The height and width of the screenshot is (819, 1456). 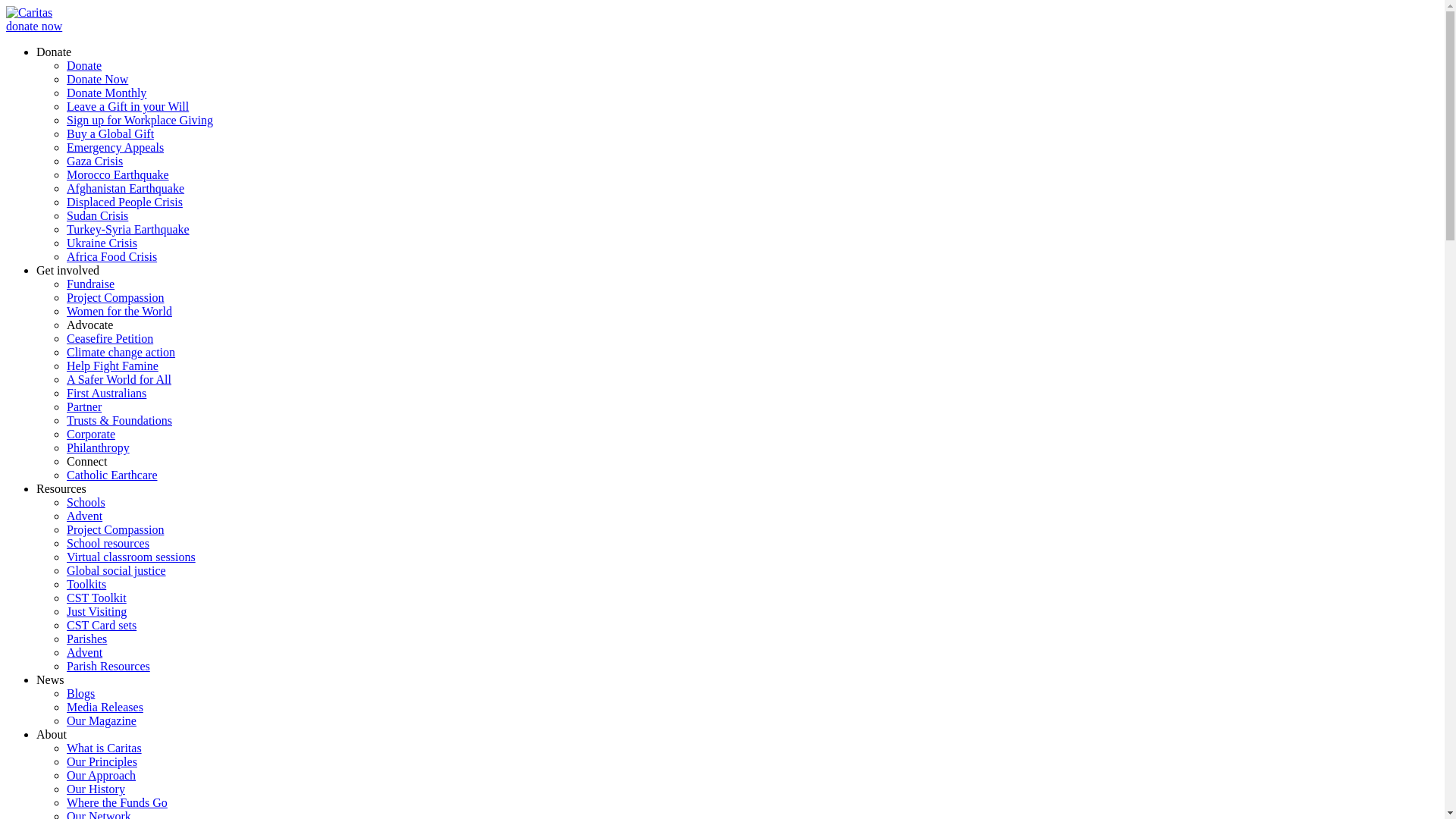 I want to click on 'Toolkits', so click(x=86, y=583).